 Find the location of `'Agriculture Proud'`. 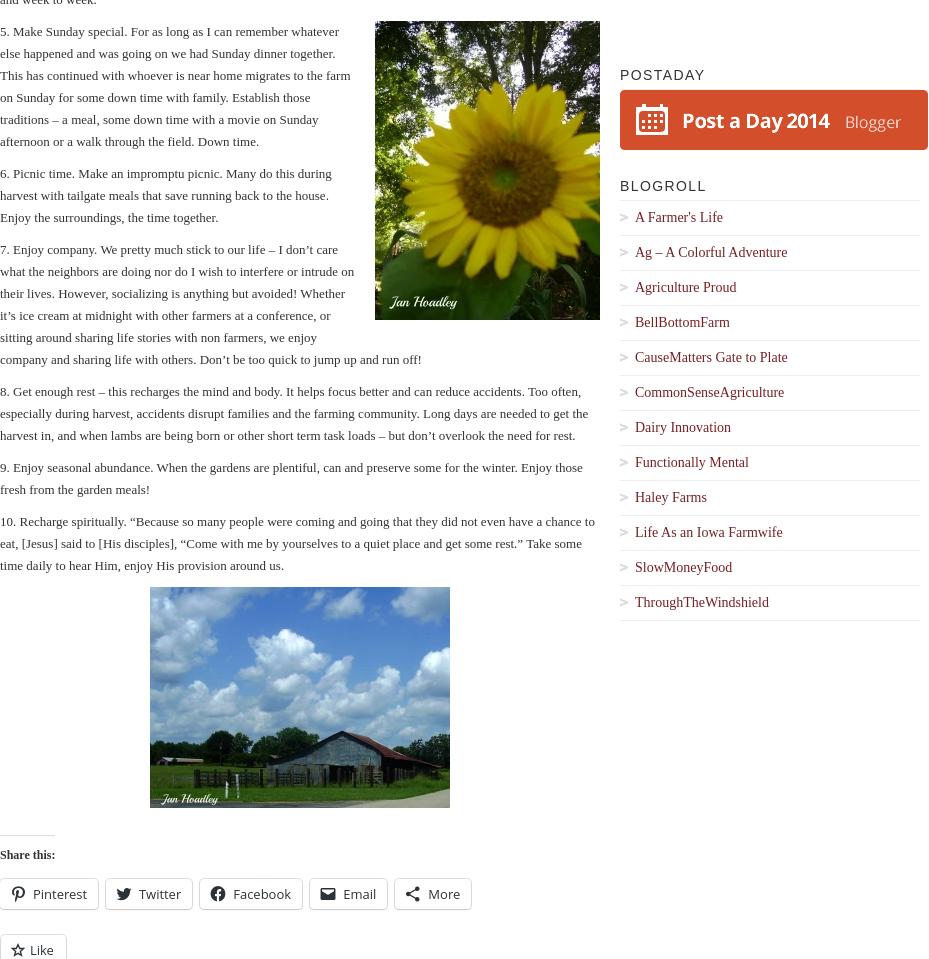

'Agriculture Proud' is located at coordinates (685, 286).